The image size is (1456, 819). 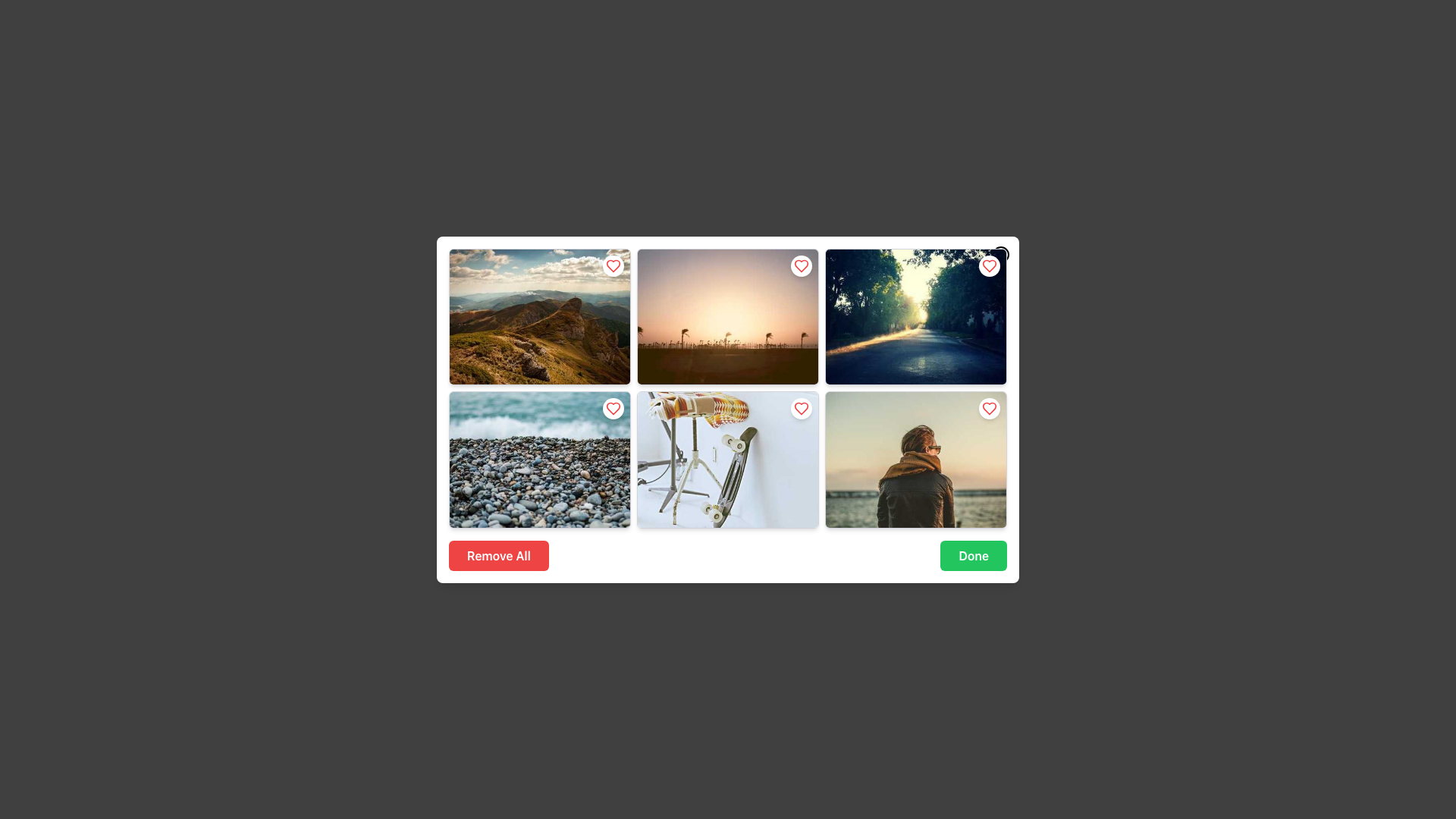 I want to click on the image located in the upper-right corner of the grid layout, specifically in the third column of the first row, to initiate an action based on its selection, so click(x=915, y=315).